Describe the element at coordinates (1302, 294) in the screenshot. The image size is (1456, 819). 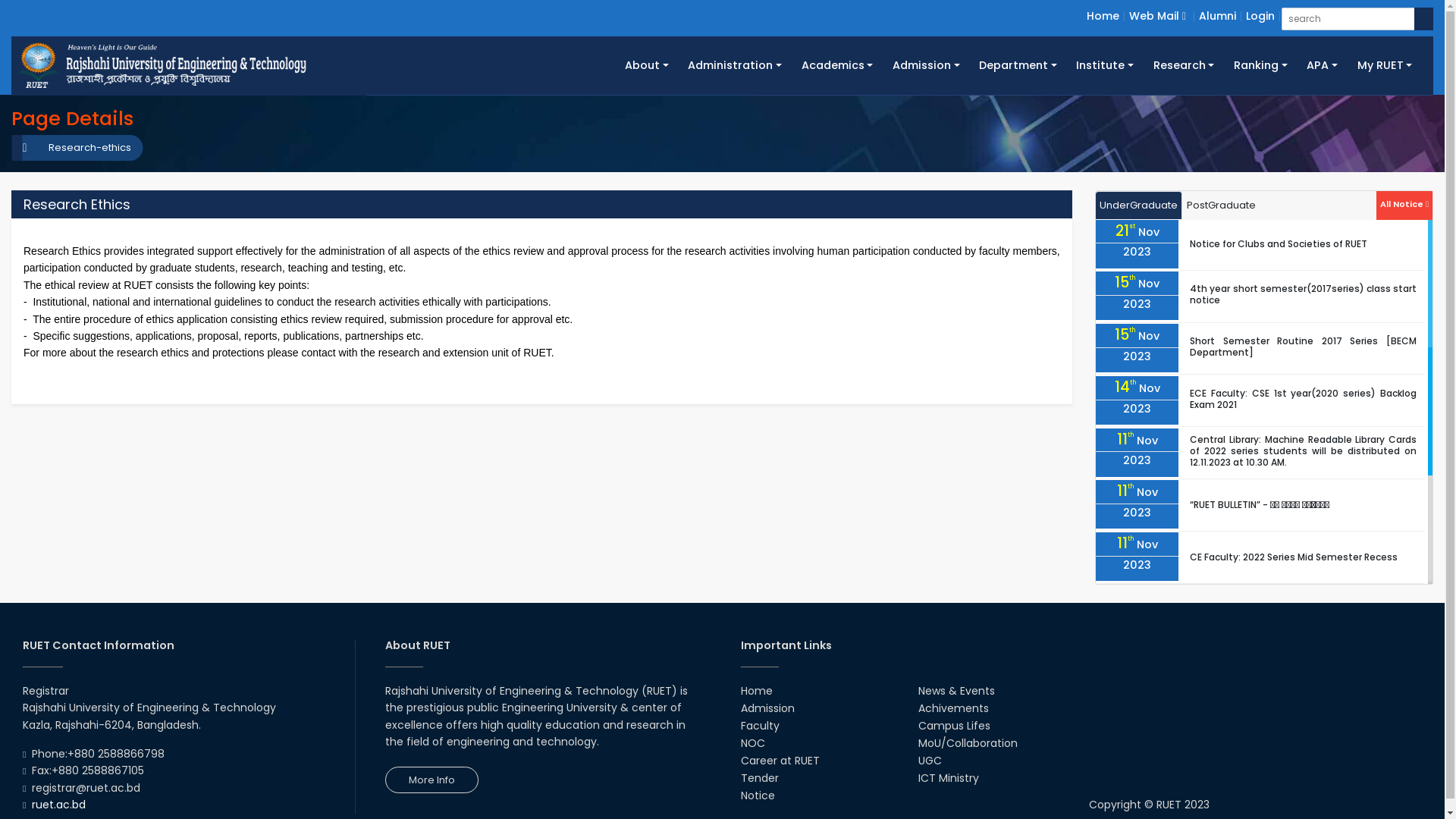
I see `'4th year short semester(2017series) class start notice'` at that location.